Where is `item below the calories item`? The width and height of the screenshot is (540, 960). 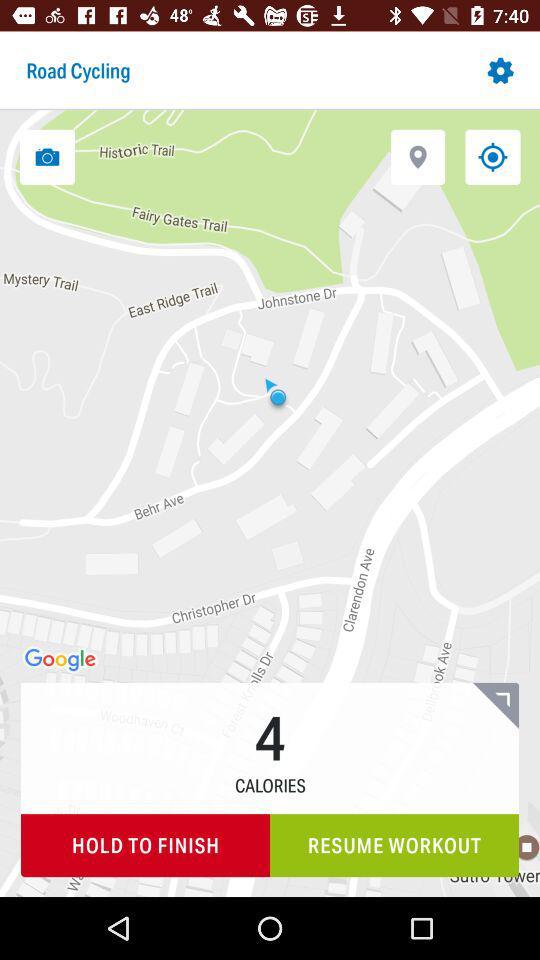 item below the calories item is located at coordinates (144, 844).